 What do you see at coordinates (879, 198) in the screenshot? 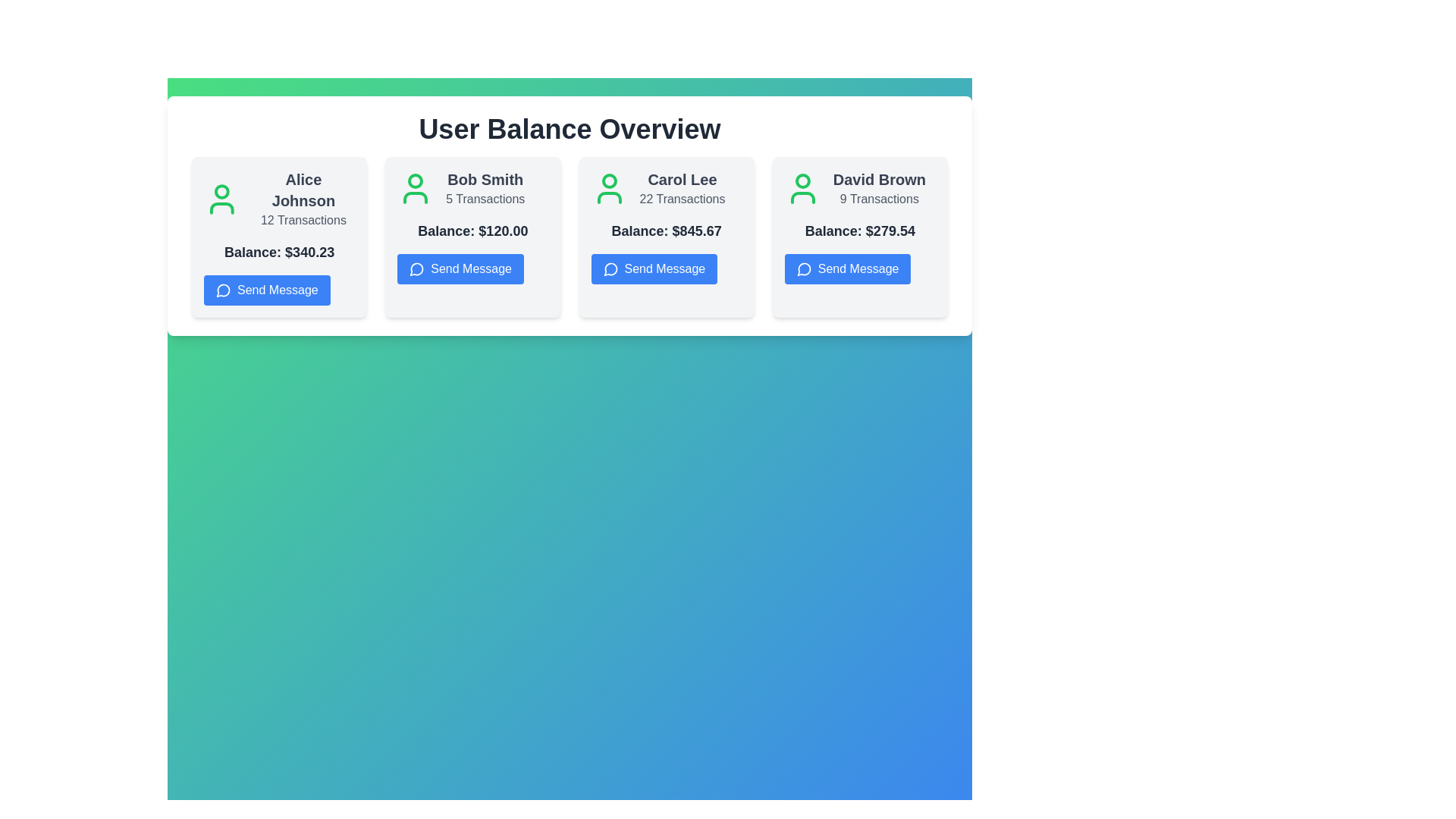
I see `the Text Label indicating the number of transactions associated with the user 'David Brown', which is located below the user's name and above the balance information on the dashboard` at bounding box center [879, 198].